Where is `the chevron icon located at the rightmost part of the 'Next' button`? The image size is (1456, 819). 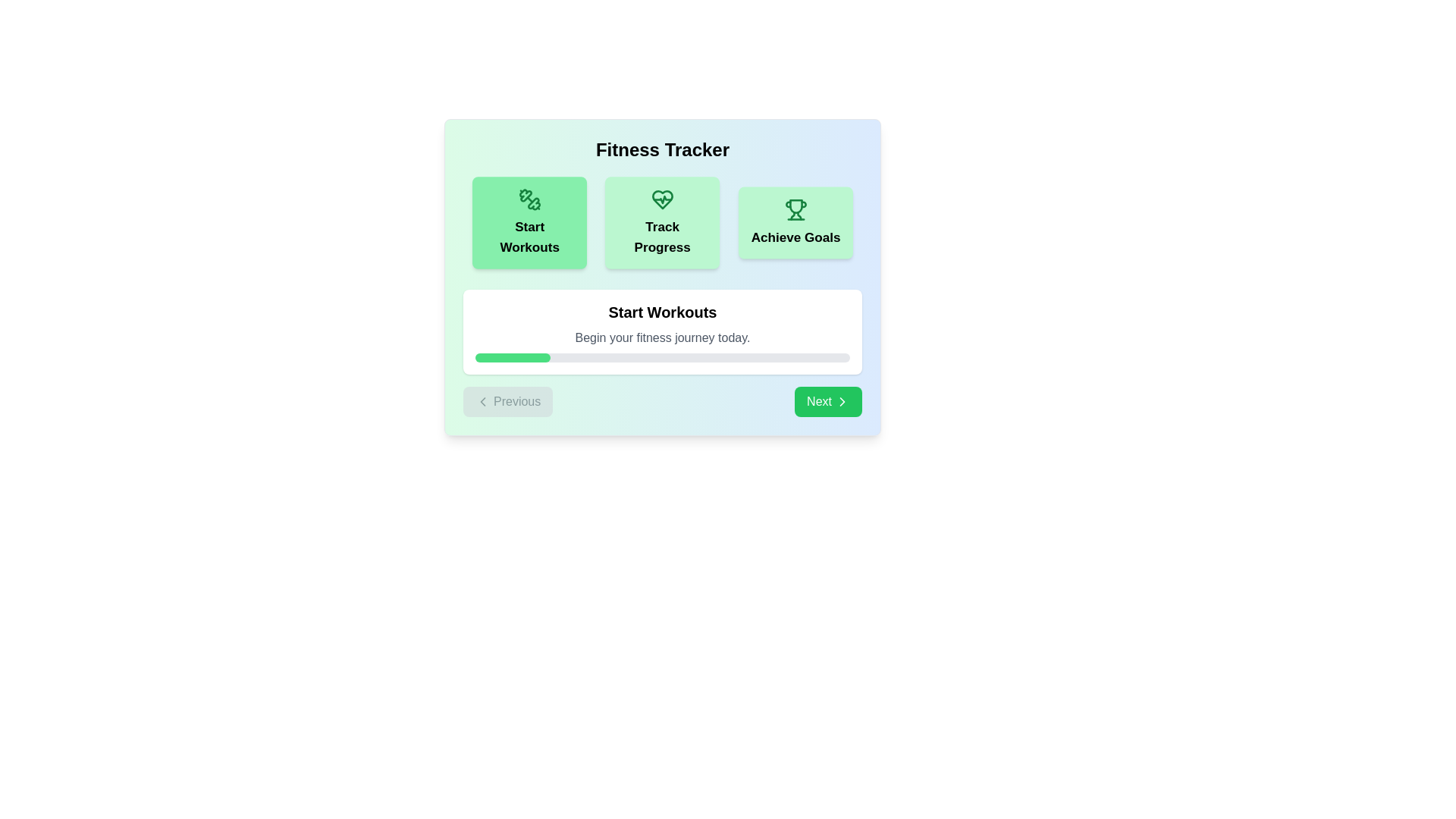 the chevron icon located at the rightmost part of the 'Next' button is located at coordinates (841, 400).